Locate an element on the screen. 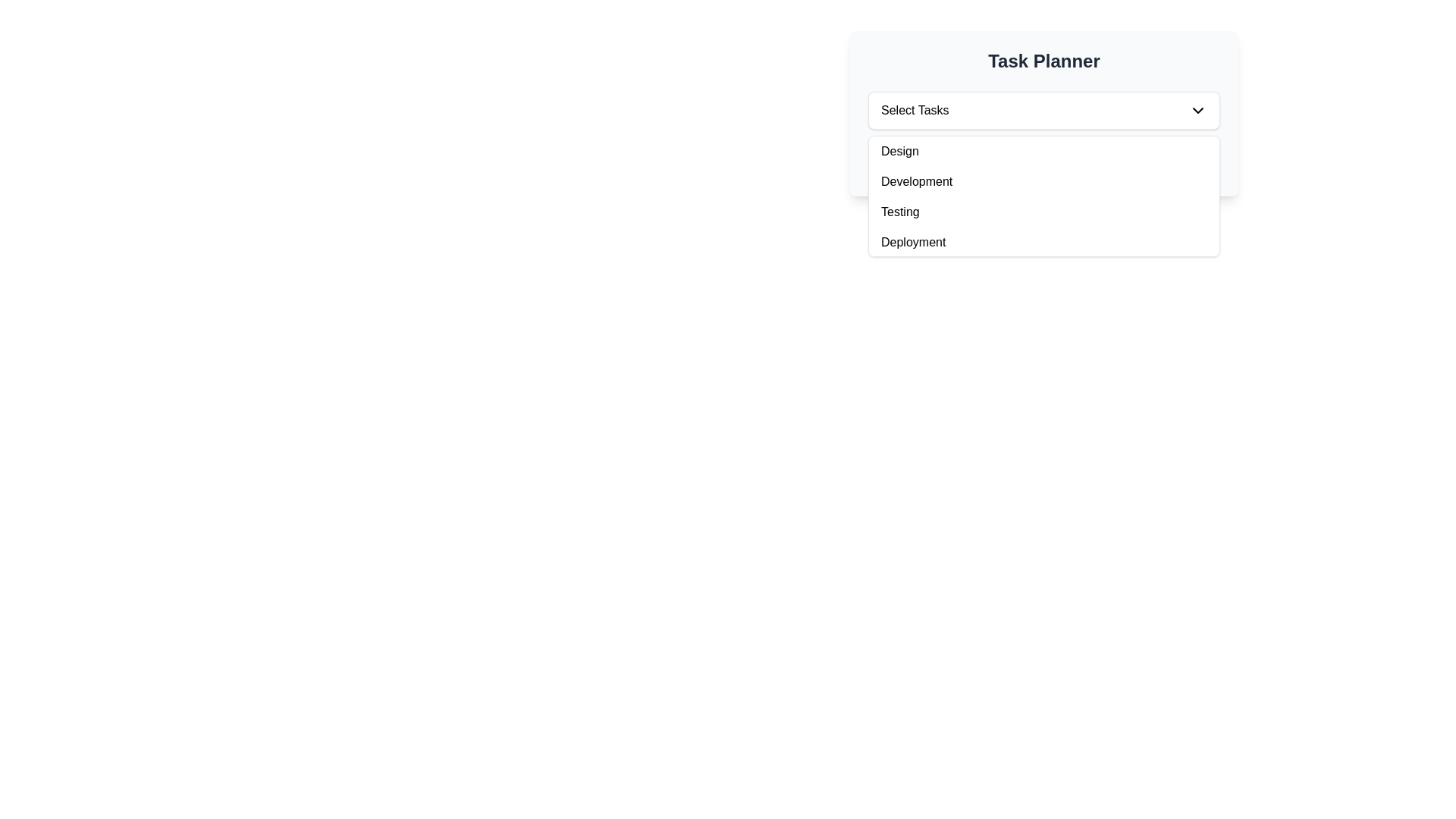 Image resolution: width=1456 pixels, height=819 pixels. the 'Testing' option in the dropdown menu, which is the third item in the list below the 'Select Tasks' button is located at coordinates (1043, 212).